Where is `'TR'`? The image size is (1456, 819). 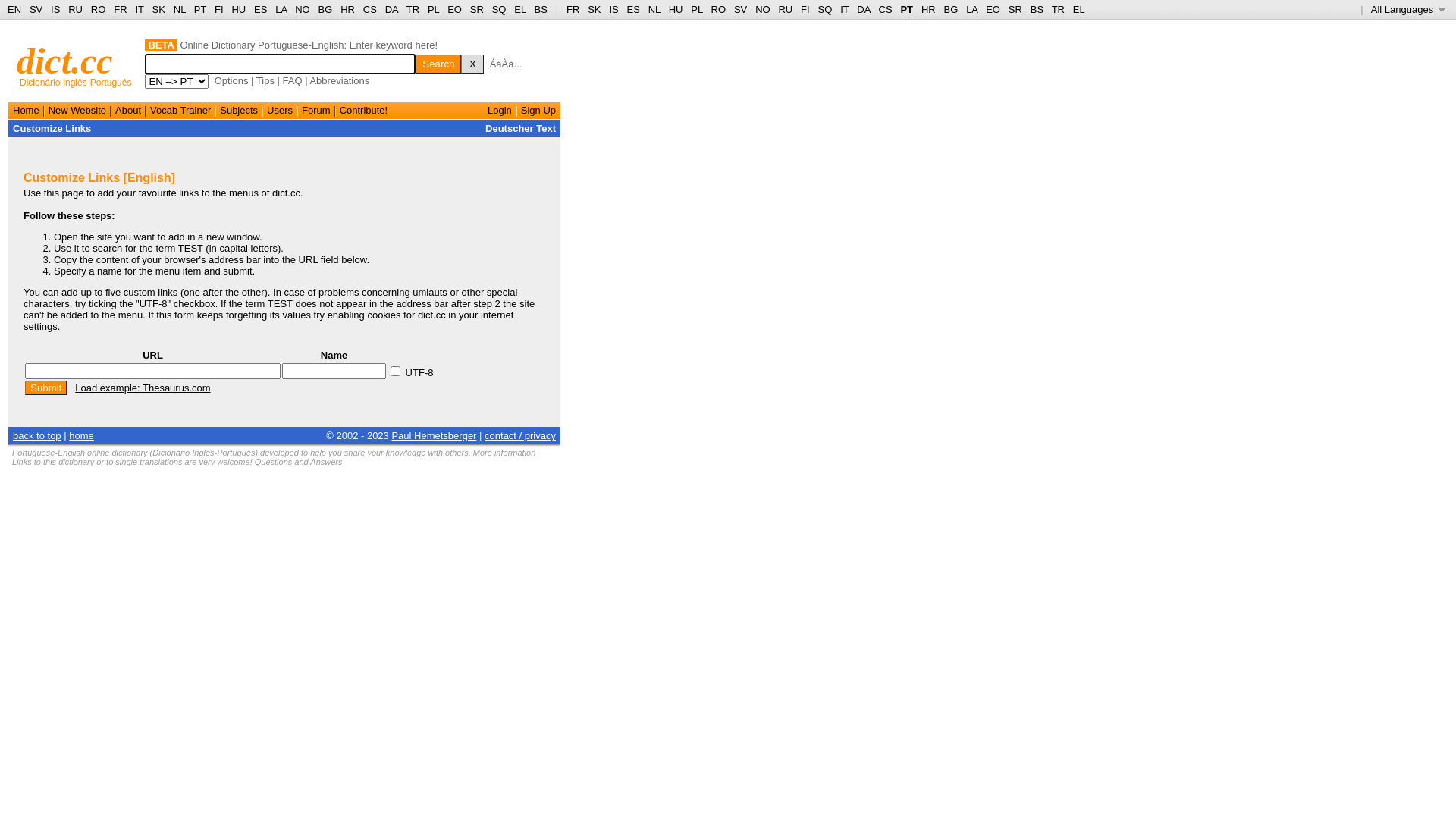 'TR' is located at coordinates (1051, 9).